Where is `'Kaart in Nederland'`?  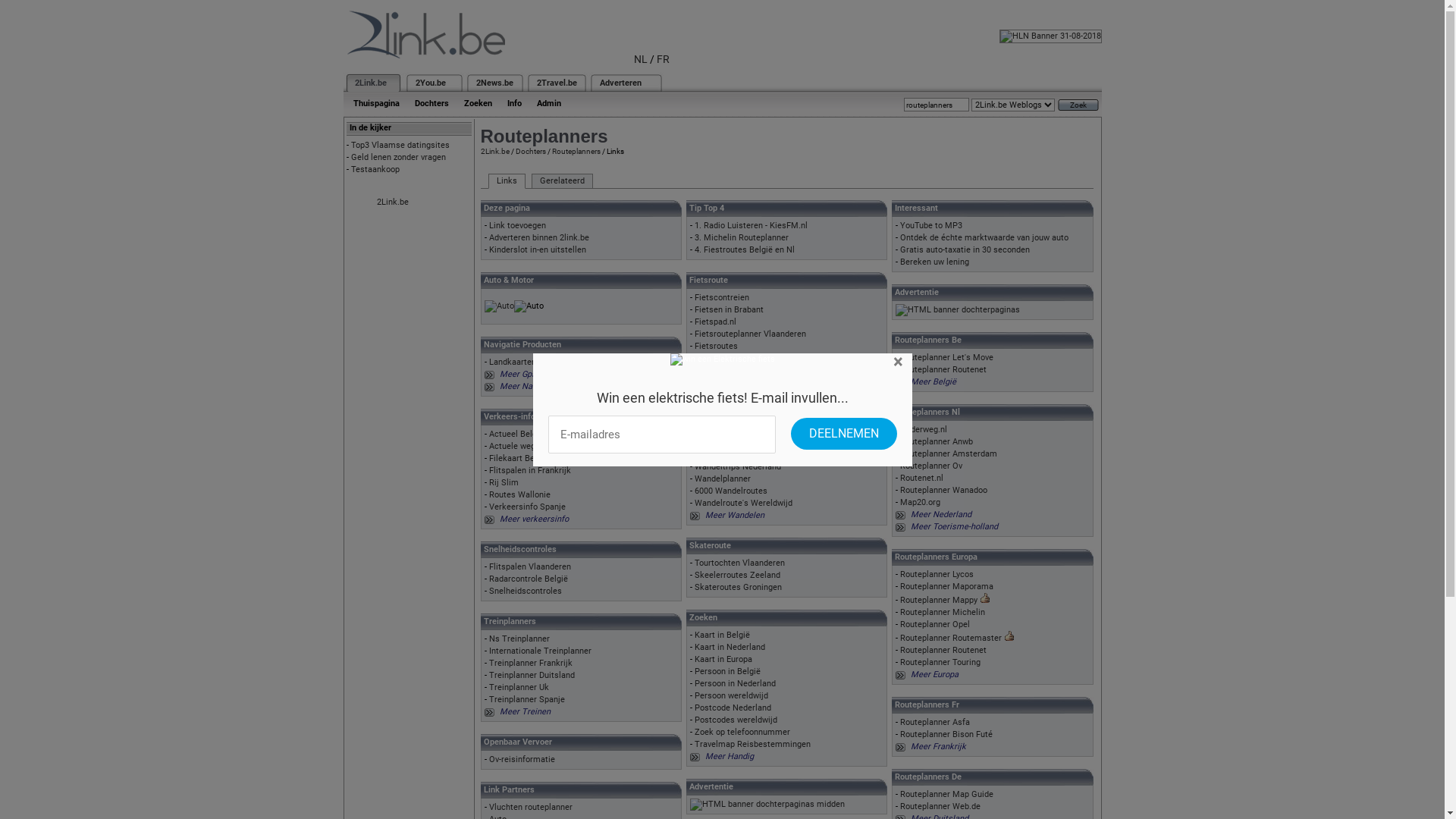 'Kaart in Nederland' is located at coordinates (730, 647).